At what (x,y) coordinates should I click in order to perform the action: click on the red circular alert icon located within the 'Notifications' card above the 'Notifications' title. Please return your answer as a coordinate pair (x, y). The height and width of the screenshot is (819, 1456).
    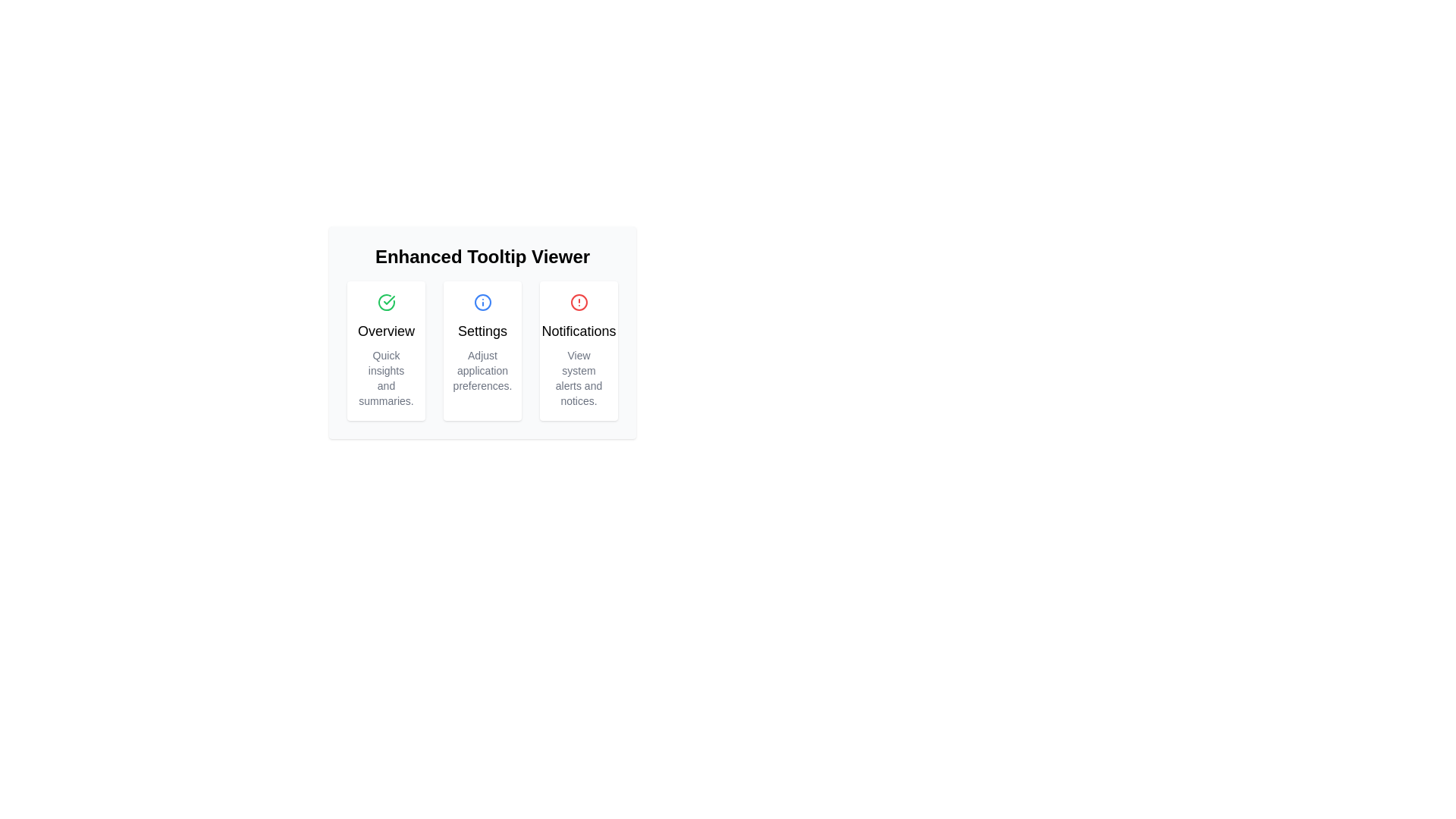
    Looking at the image, I should click on (578, 302).